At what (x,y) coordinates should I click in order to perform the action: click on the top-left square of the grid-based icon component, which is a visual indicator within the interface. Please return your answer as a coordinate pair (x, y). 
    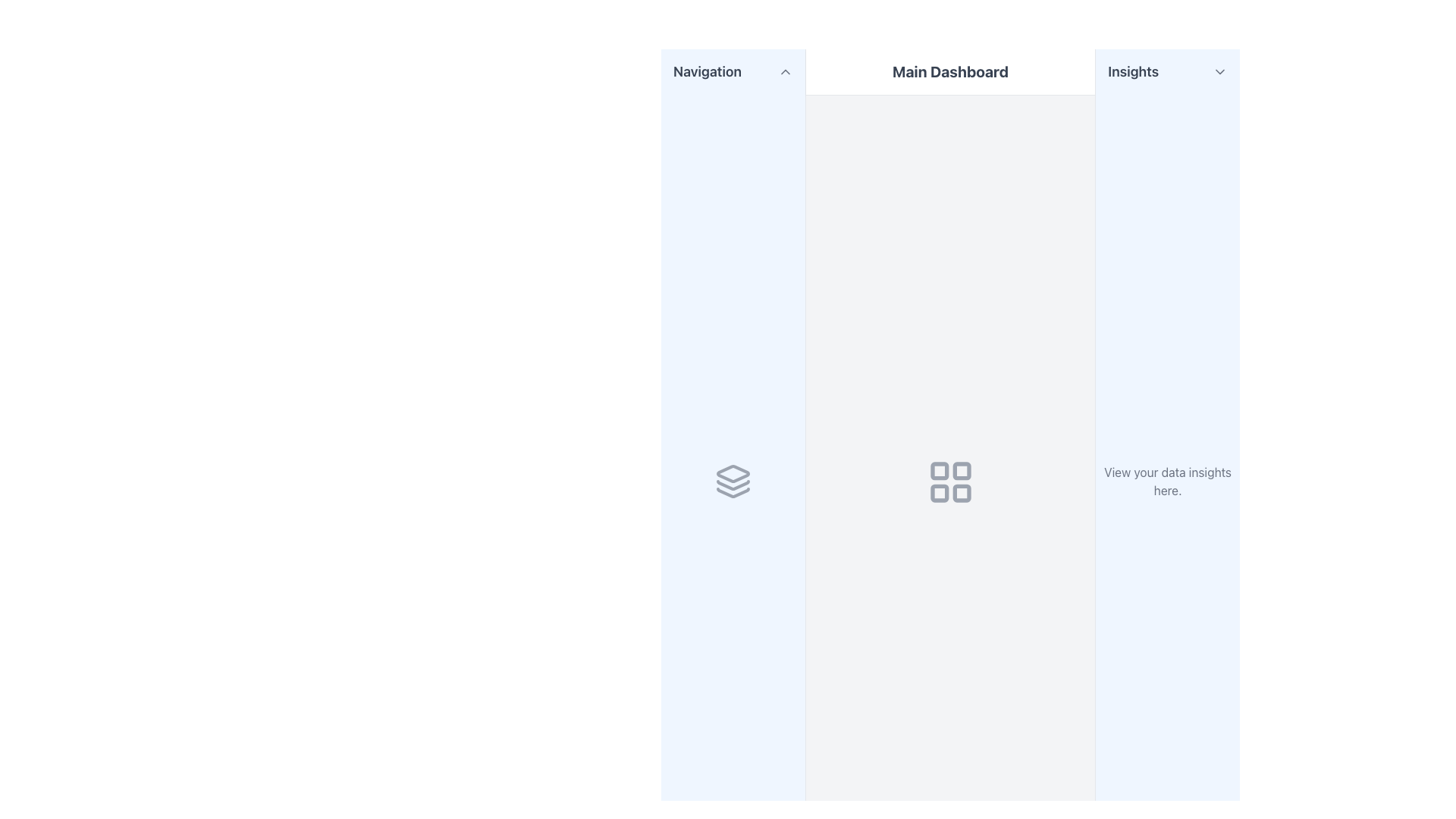
    Looking at the image, I should click on (938, 469).